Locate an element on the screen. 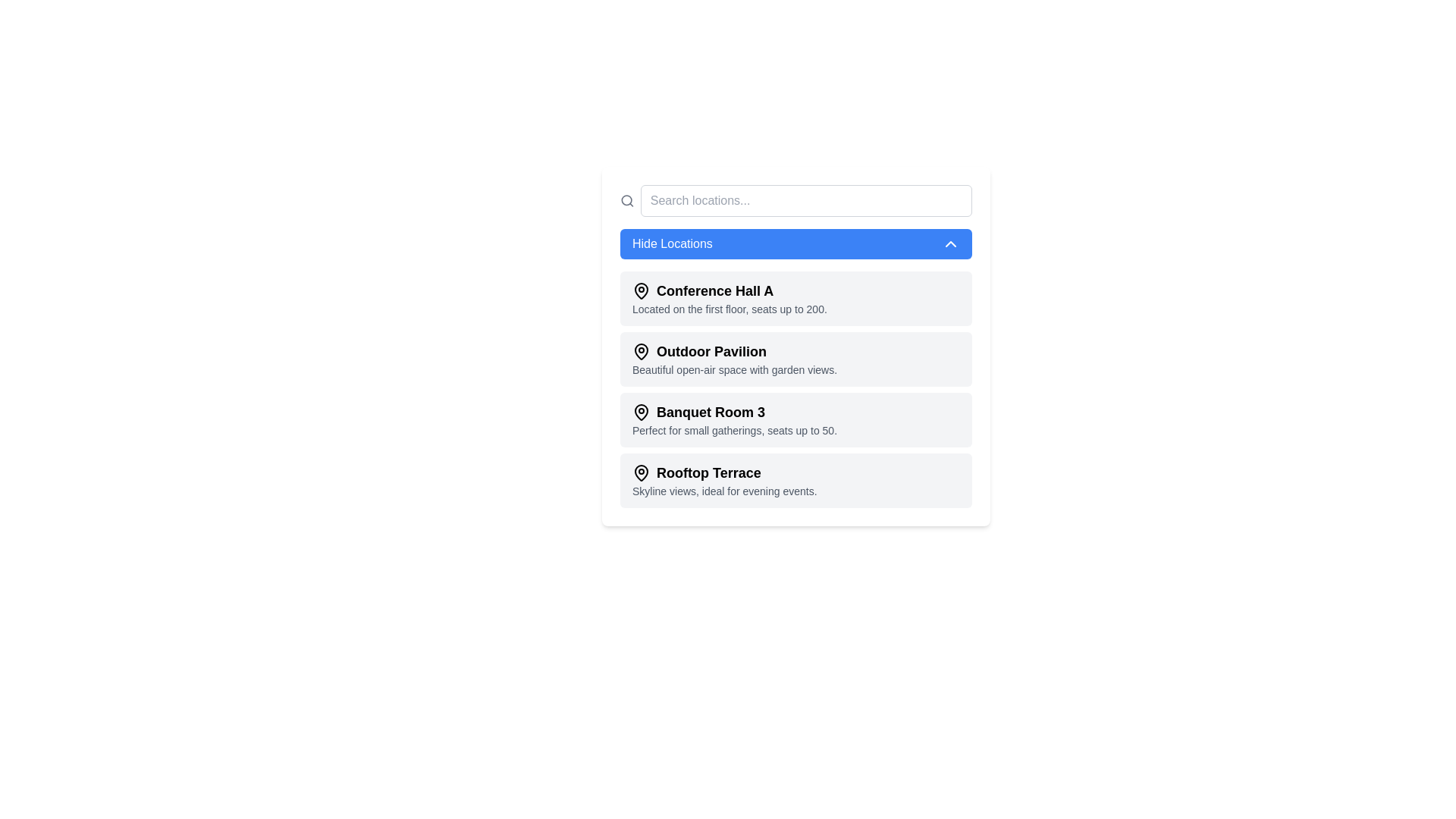 This screenshot has height=819, width=1456. the list item titled 'Rooftop Terrace' is located at coordinates (795, 480).